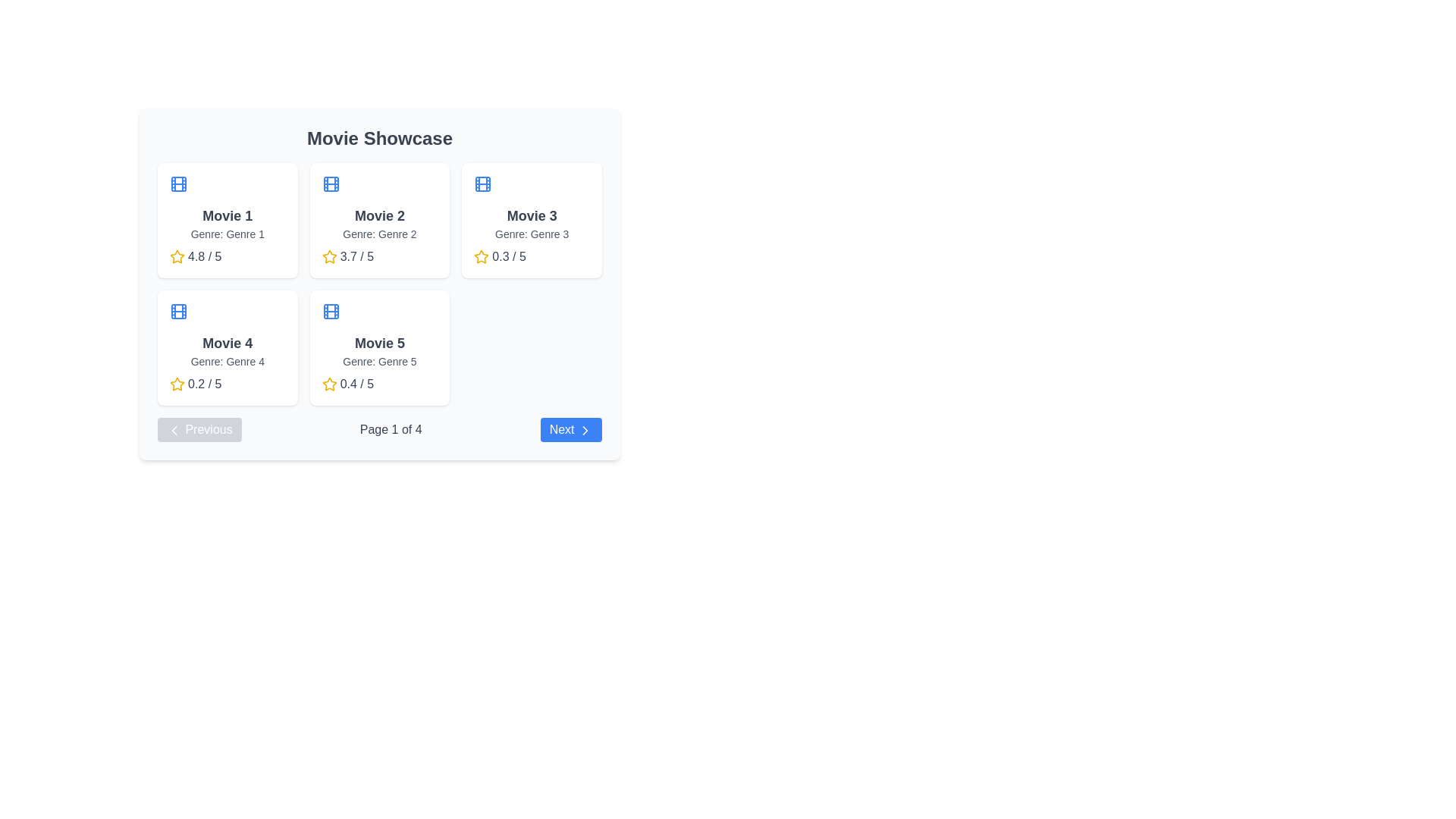 The height and width of the screenshot is (819, 1456). I want to click on the text label that indicates the genre of 'Movie 1', positioned below the title and above the rating display, so click(227, 234).